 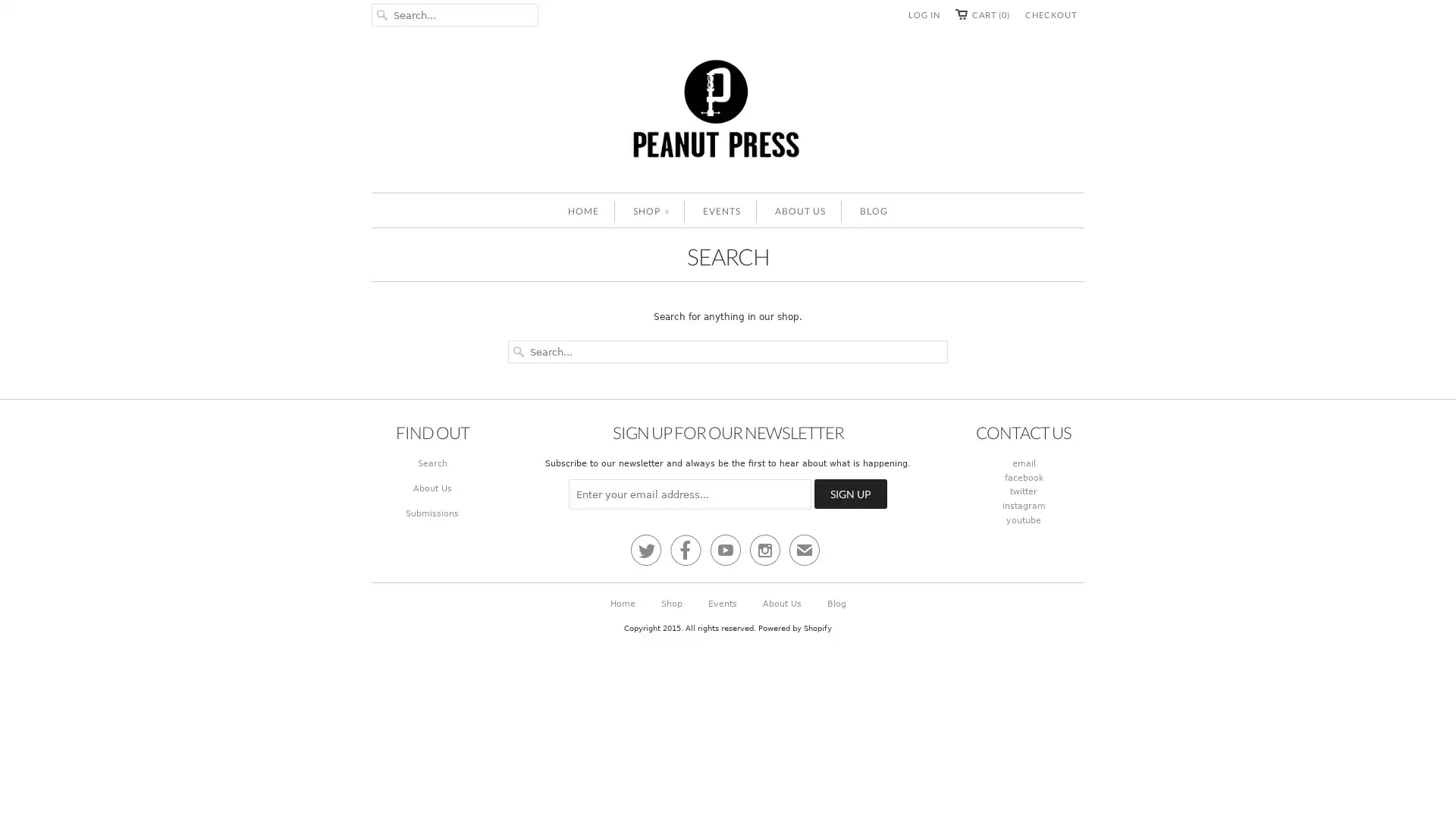 I want to click on Sign Up, so click(x=852, y=493).